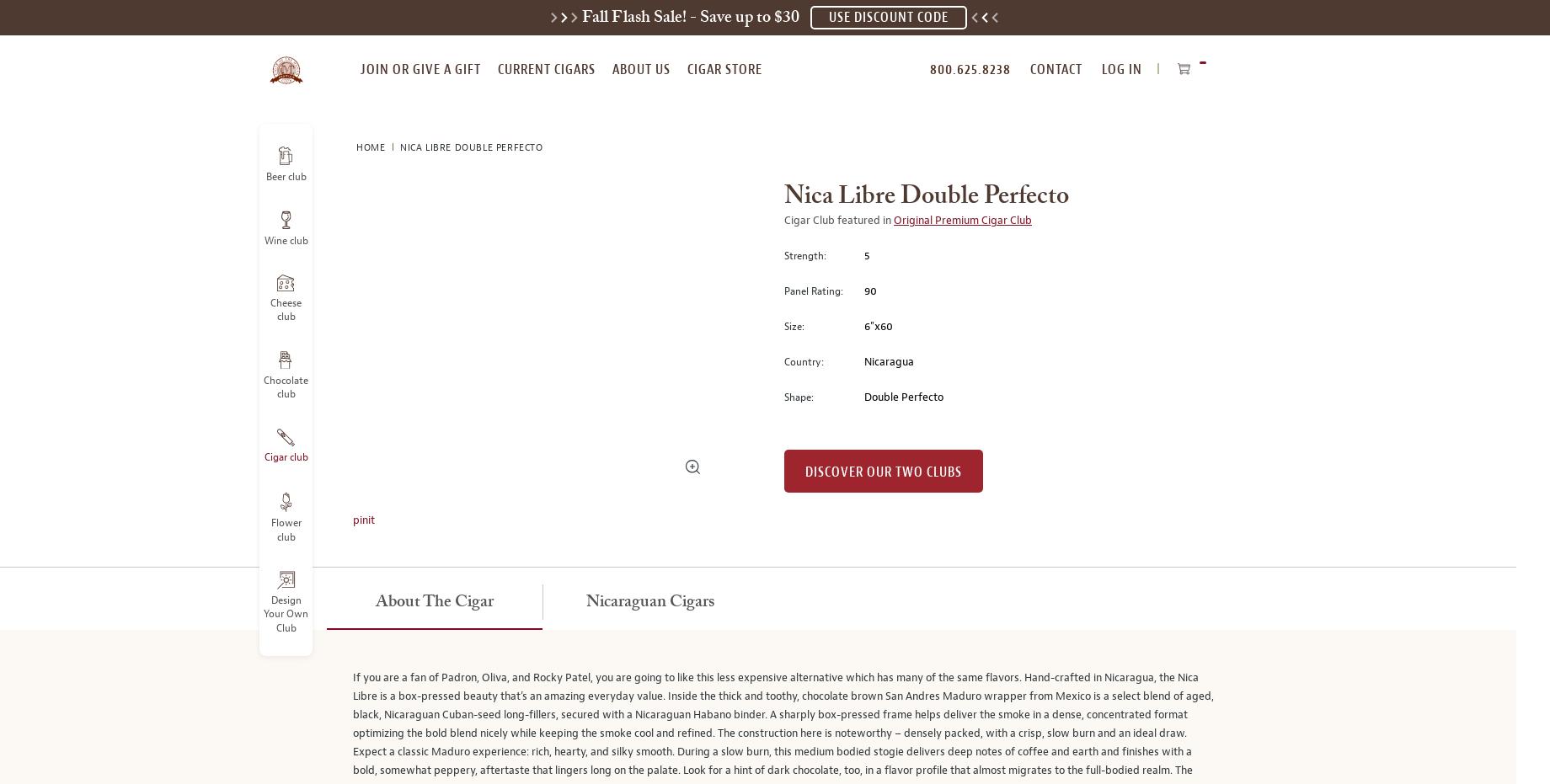  Describe the element at coordinates (375, 601) in the screenshot. I see `'About the Cigar'` at that location.